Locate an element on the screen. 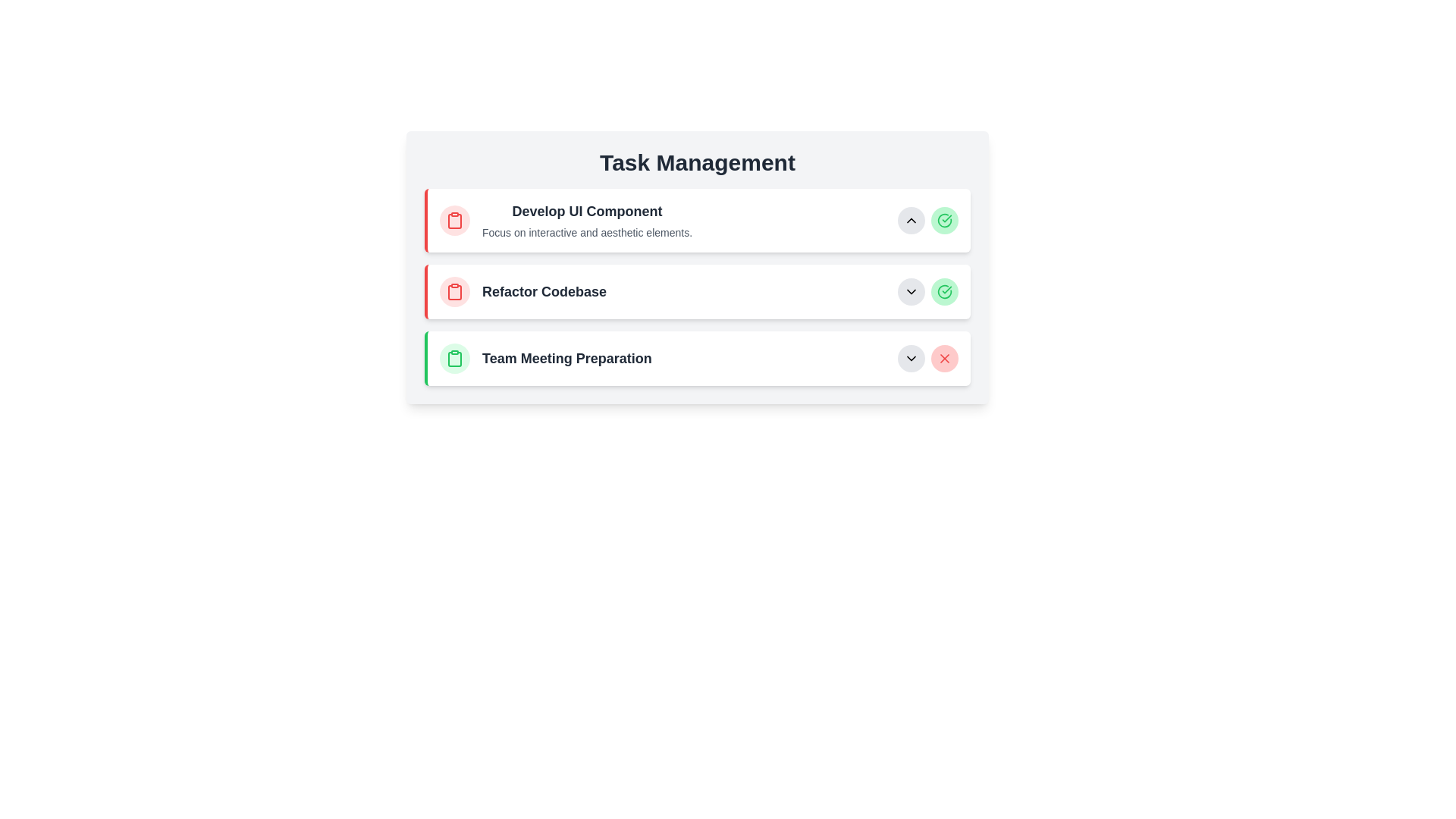  the circular confirmation icon featuring a green check mark, which indicates a success status for the task labeled 'Refactor Codebase' is located at coordinates (944, 292).